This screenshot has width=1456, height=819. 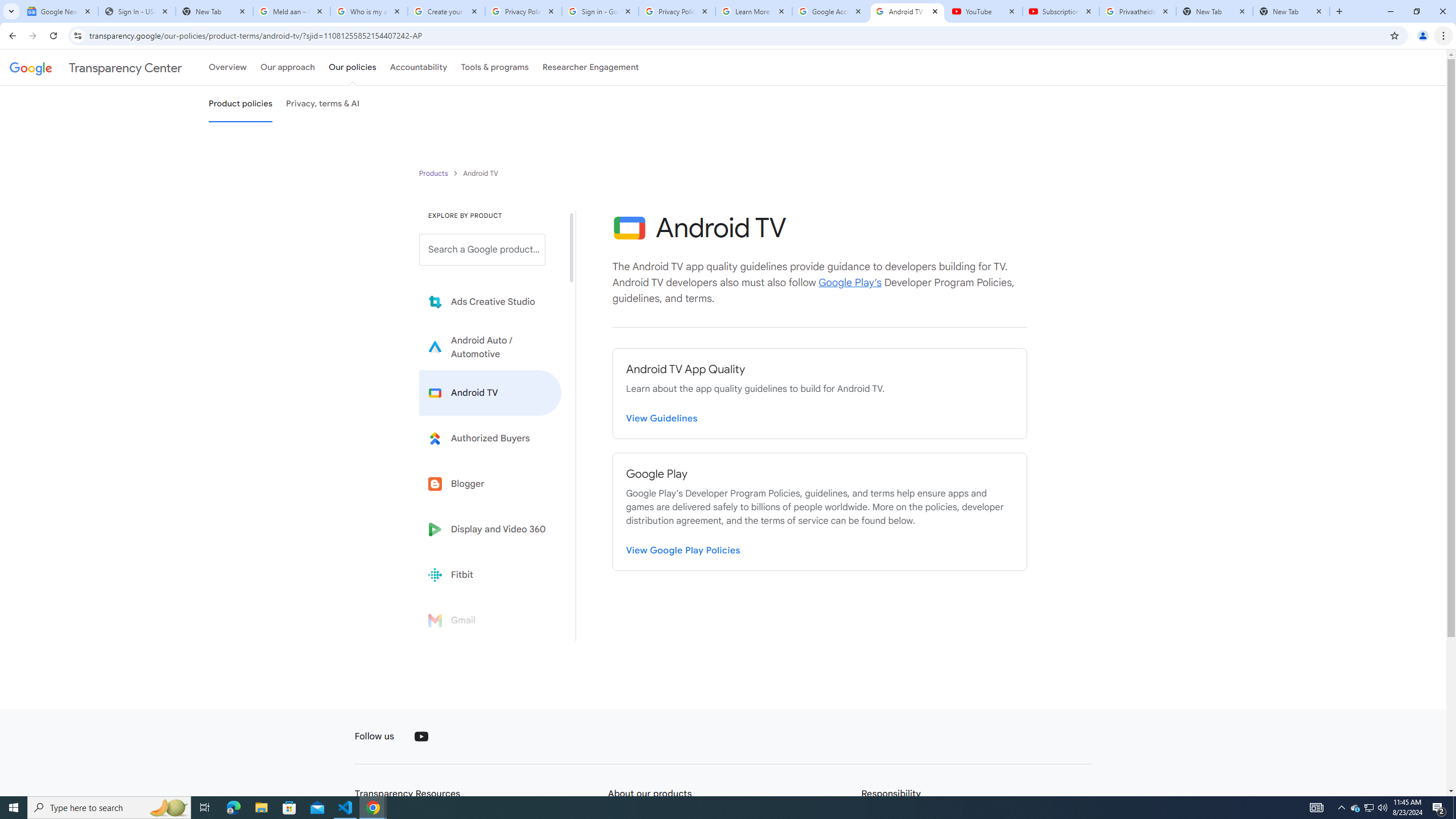 What do you see at coordinates (418, 67) in the screenshot?
I see `'Accountability'` at bounding box center [418, 67].